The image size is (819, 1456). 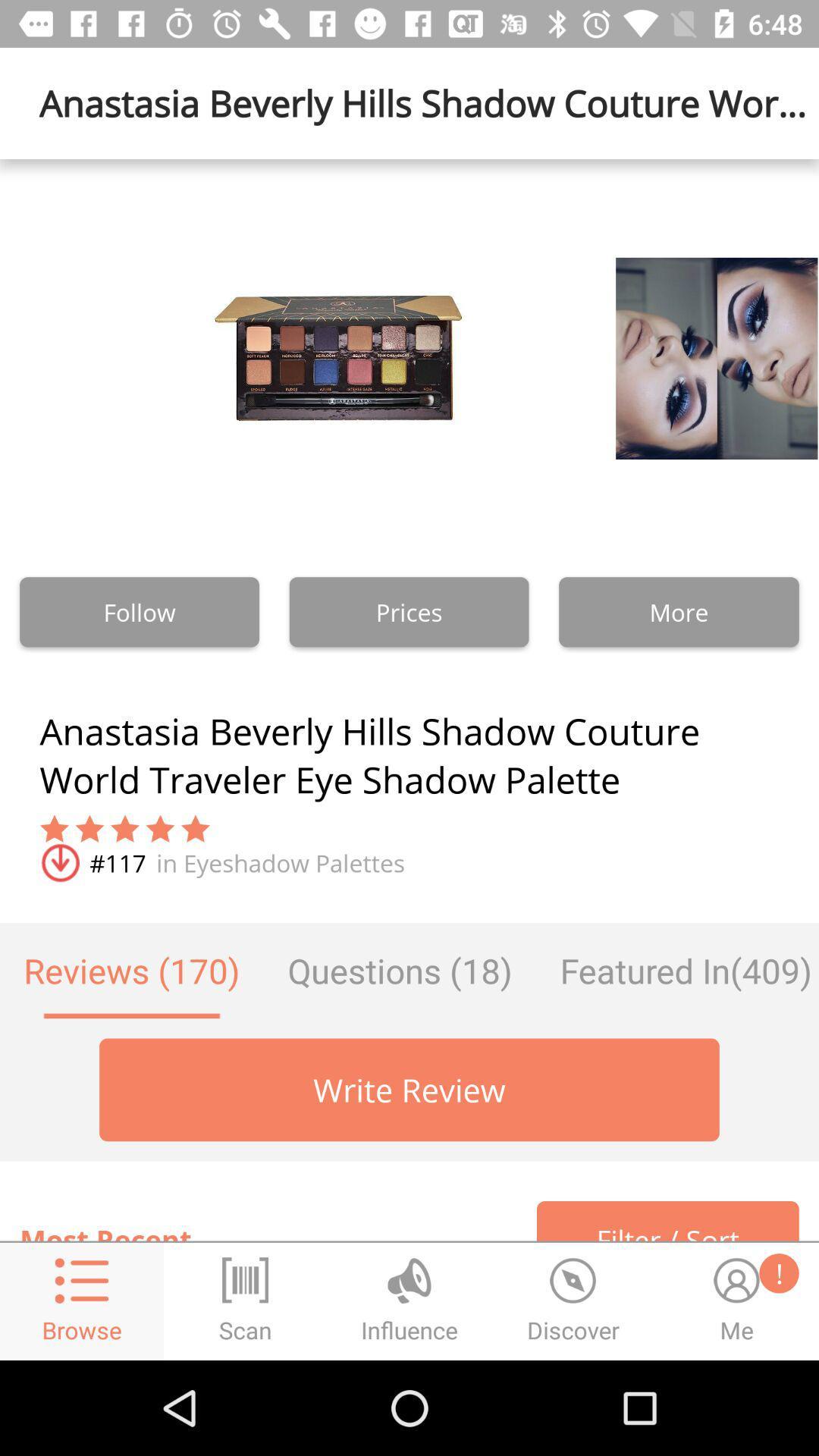 I want to click on the time icon, so click(x=573, y=1301).